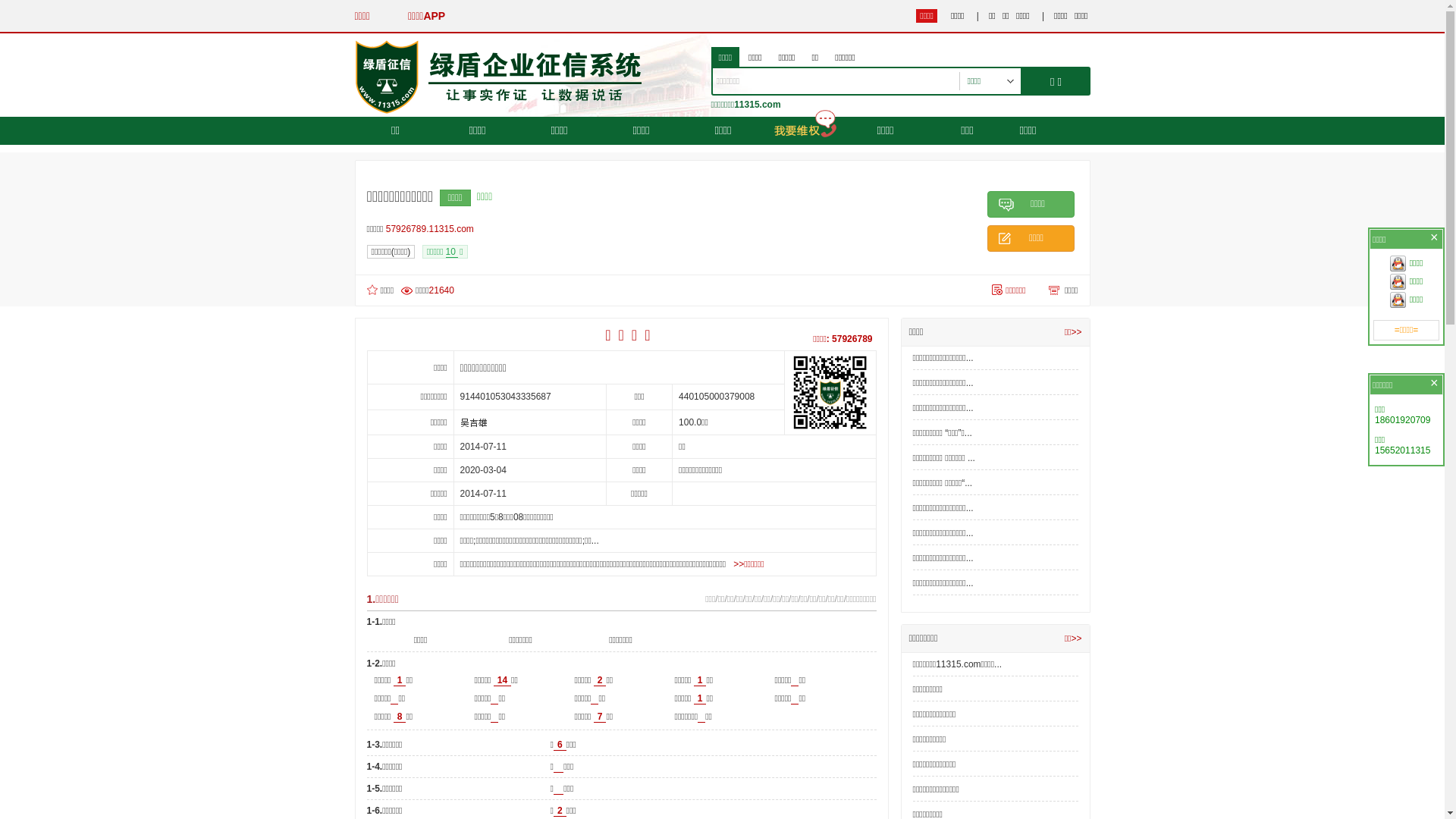 Image resolution: width=1456 pixels, height=819 pixels. I want to click on '8', so click(400, 717).